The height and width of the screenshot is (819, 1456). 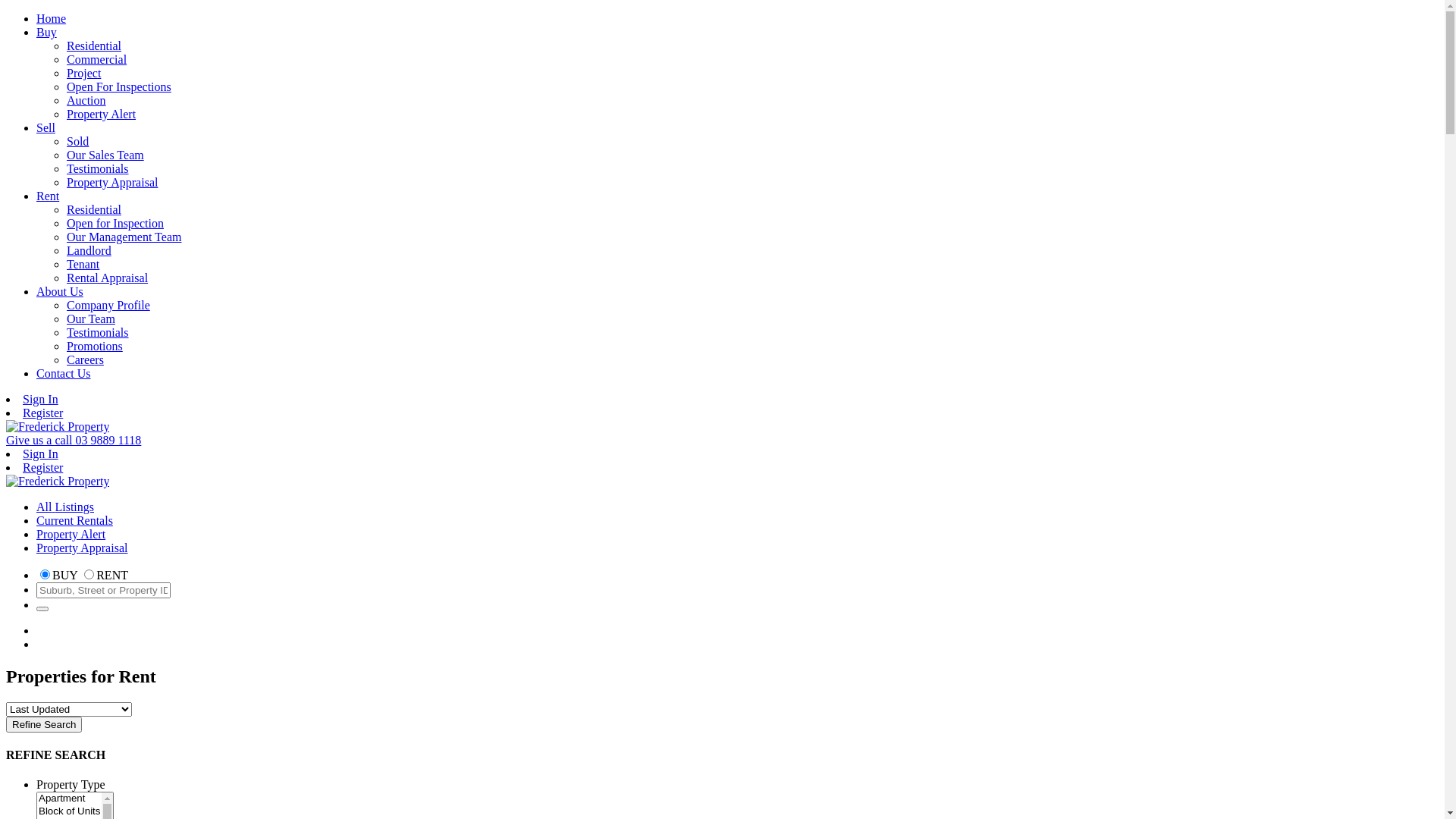 What do you see at coordinates (77, 141) in the screenshot?
I see `'Sold'` at bounding box center [77, 141].